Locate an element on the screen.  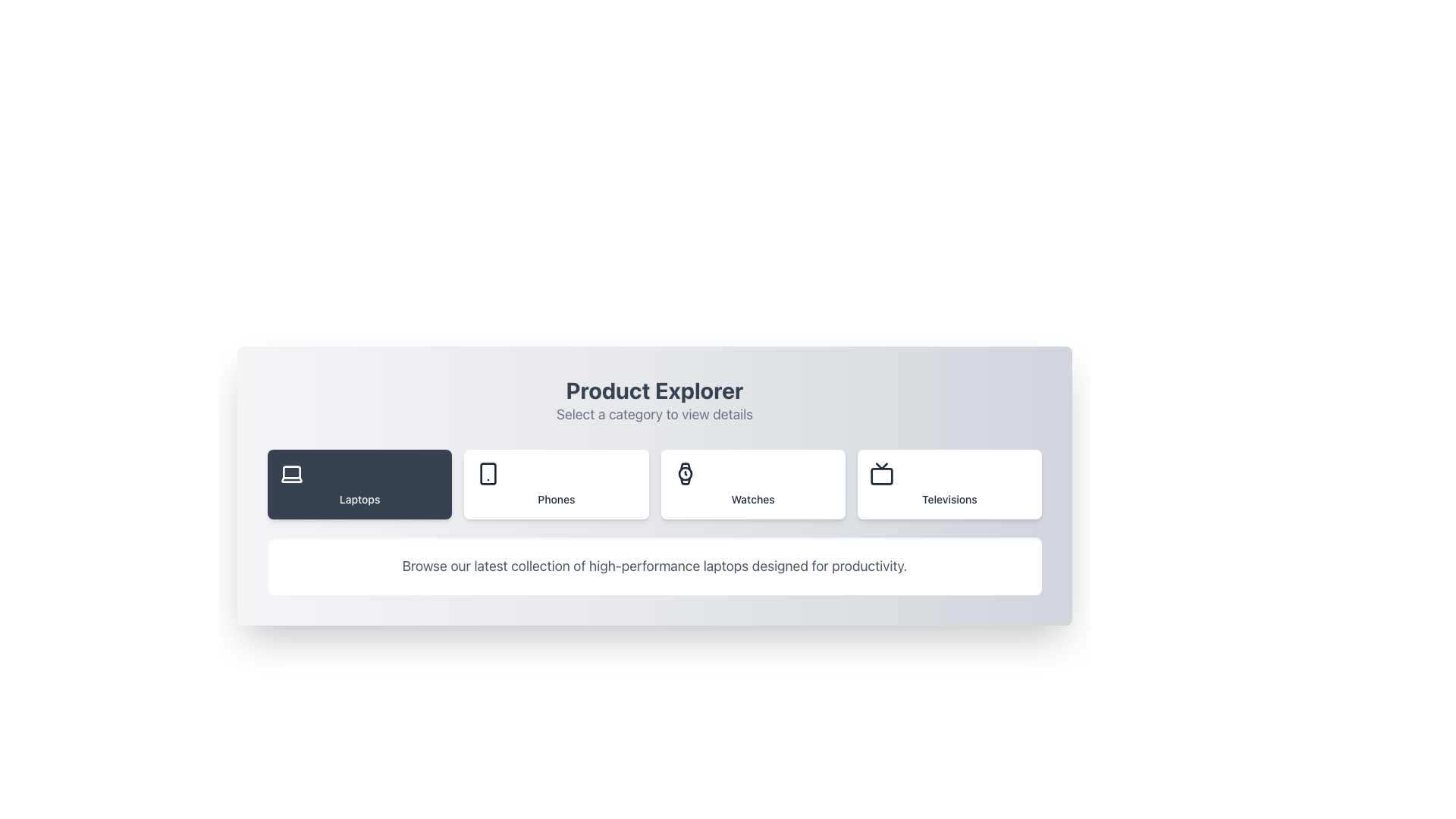
the text label displaying 'Laptops', which is centrally aligned at the bottom of a dark gray card with rounded corners is located at coordinates (359, 500).